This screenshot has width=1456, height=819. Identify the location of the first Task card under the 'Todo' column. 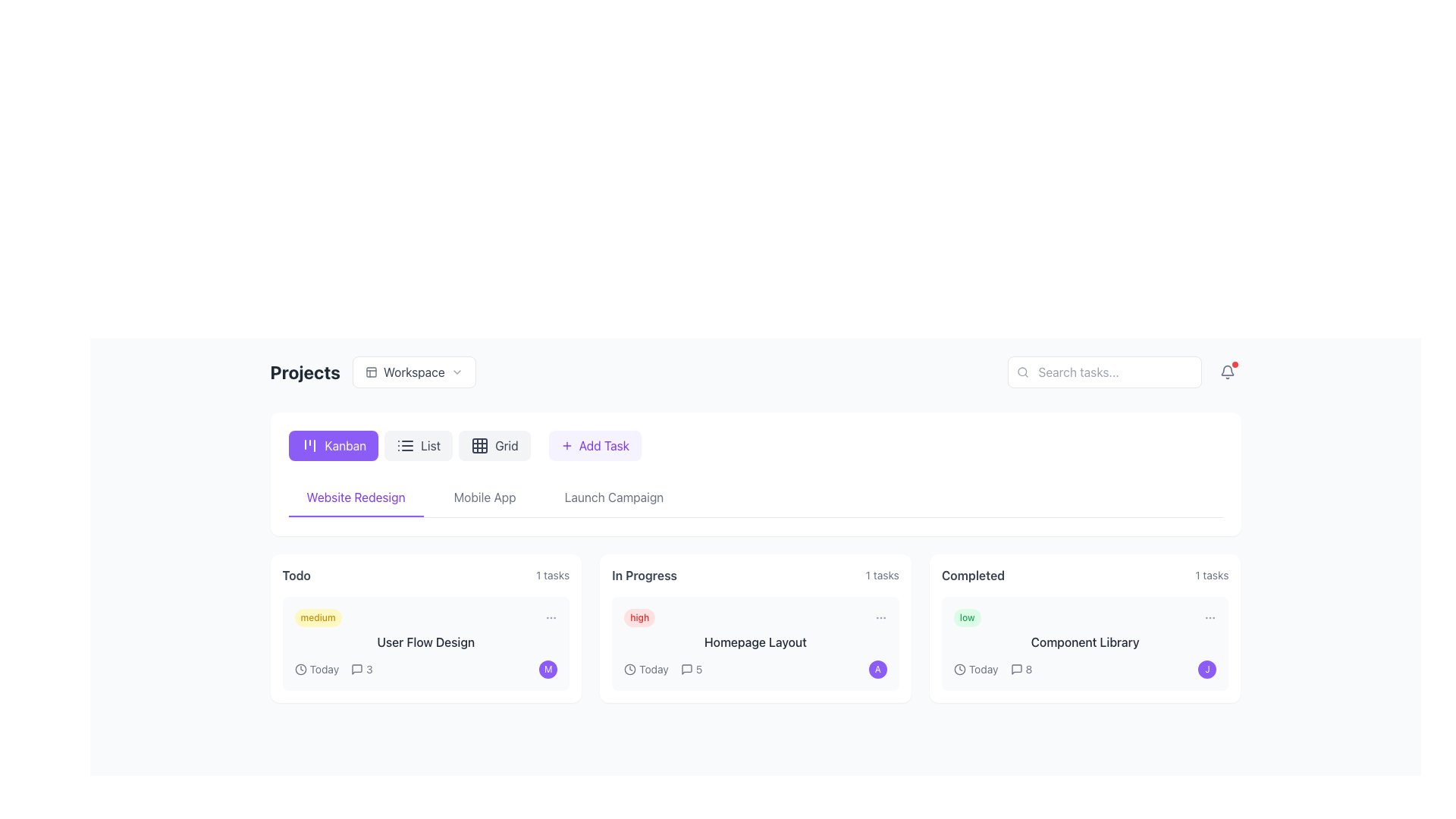
(425, 643).